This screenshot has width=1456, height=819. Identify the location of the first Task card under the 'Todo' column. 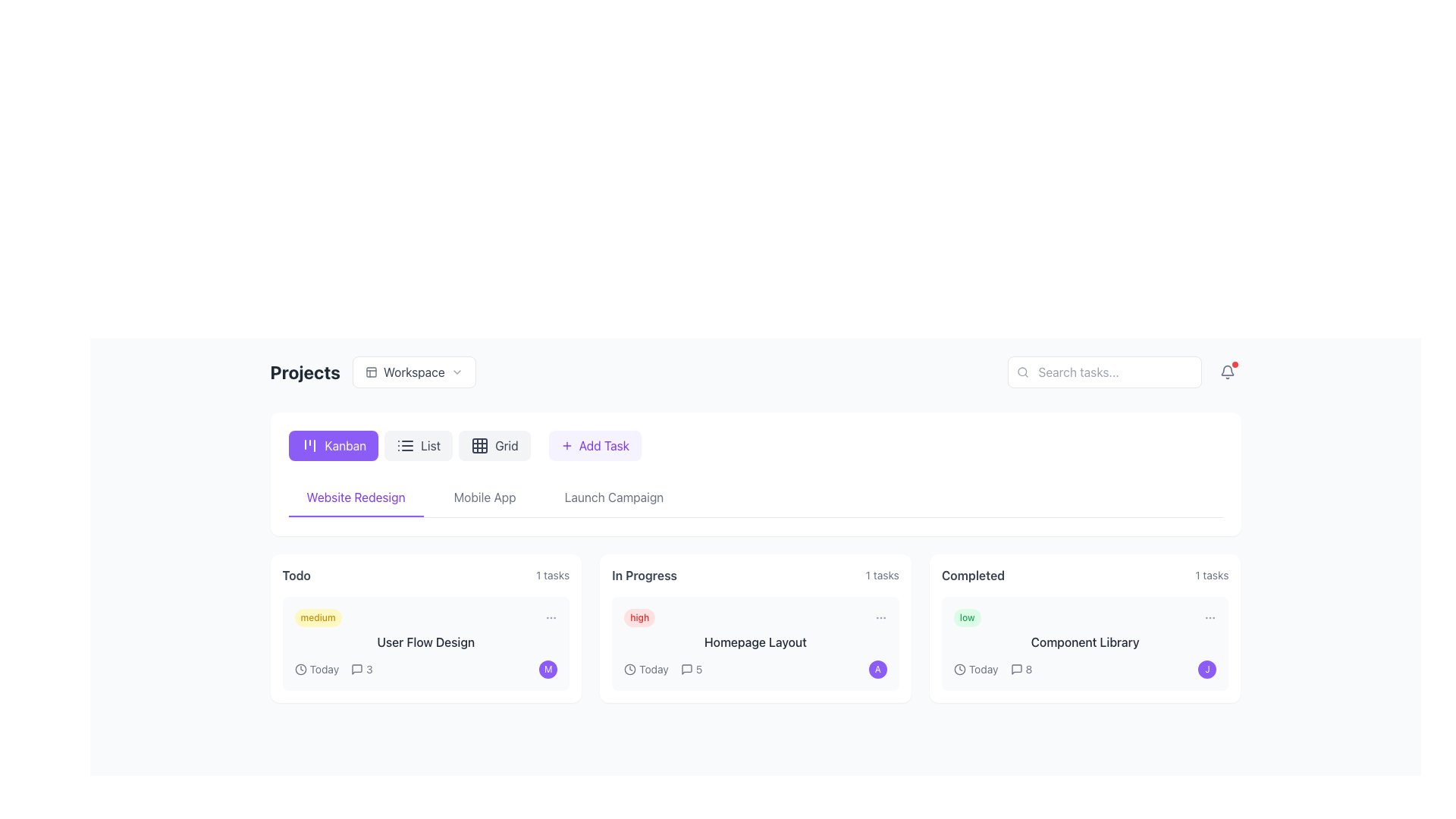
(425, 643).